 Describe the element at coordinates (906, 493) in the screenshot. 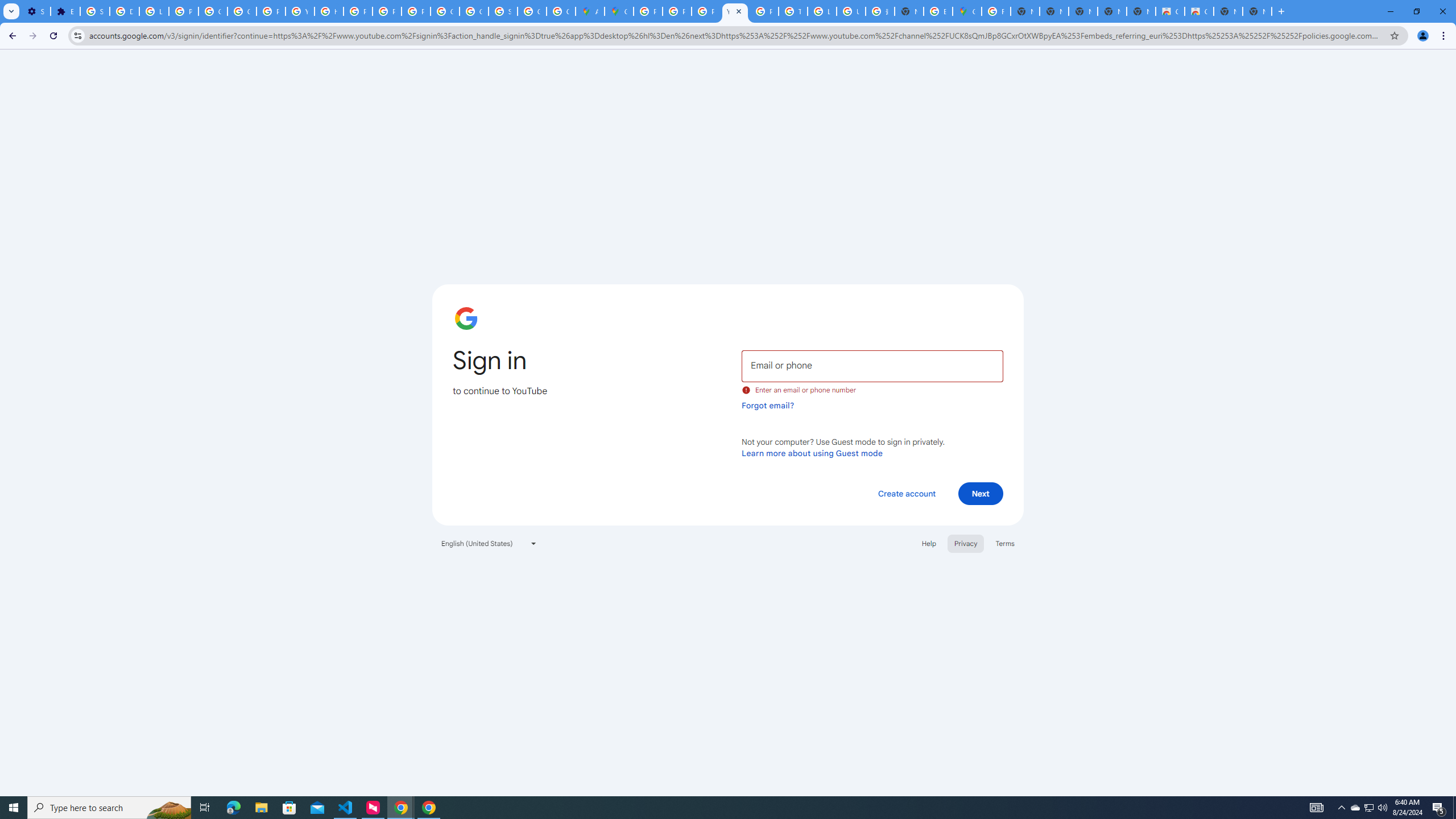

I see `'Create account'` at that location.